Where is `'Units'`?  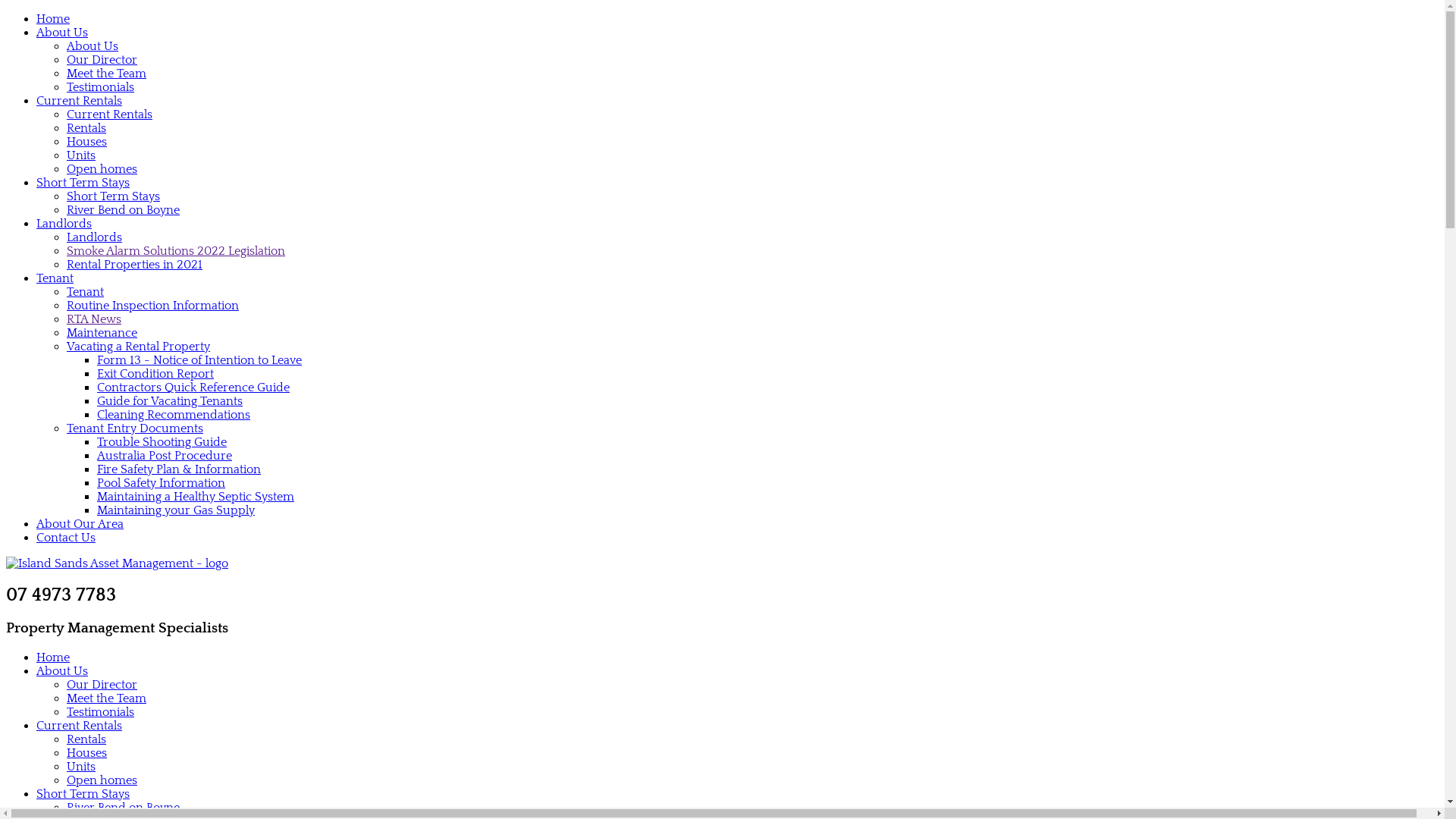 'Units' is located at coordinates (80, 766).